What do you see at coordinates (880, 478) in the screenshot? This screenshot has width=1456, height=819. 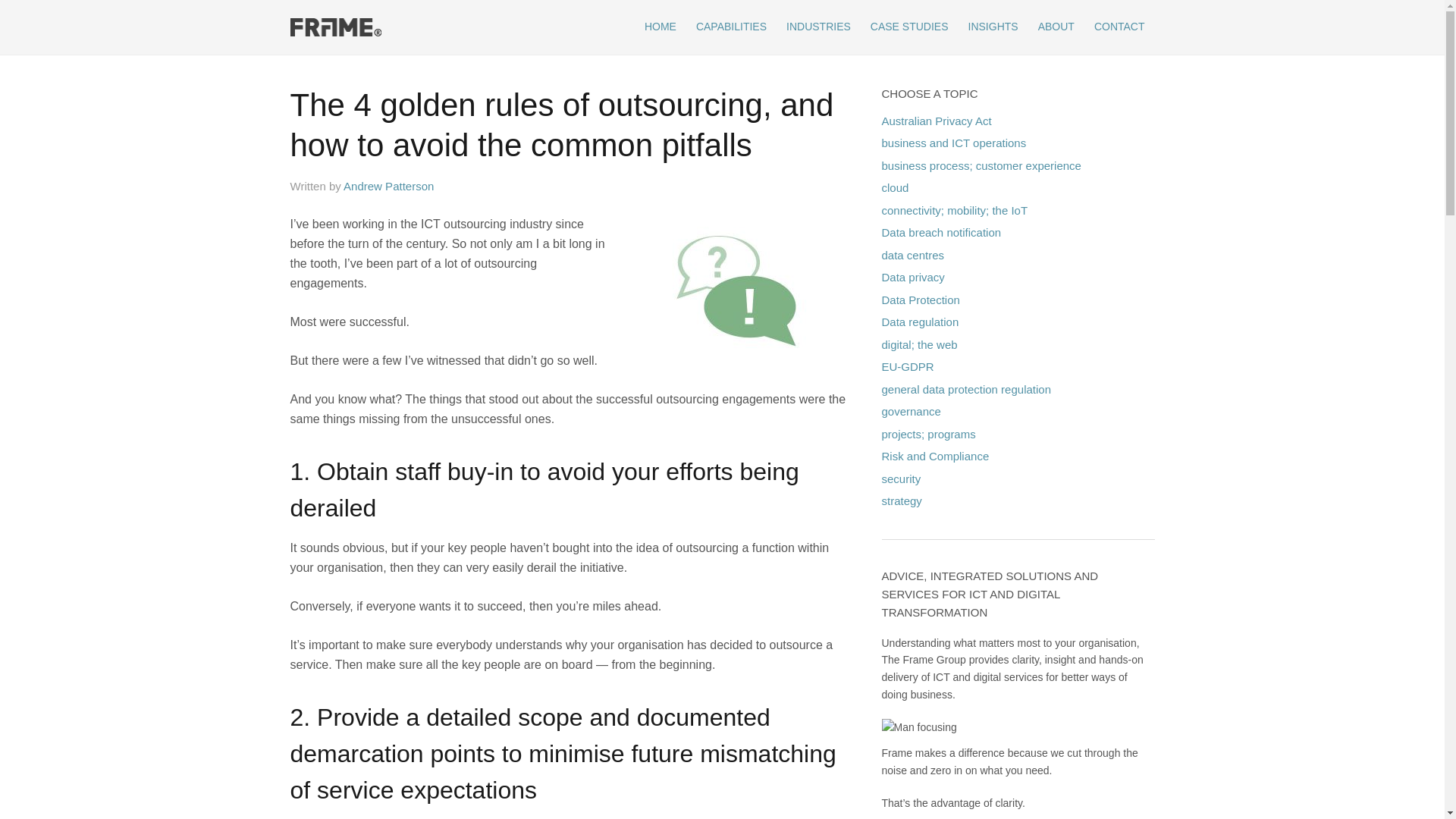 I see `'security'` at bounding box center [880, 478].